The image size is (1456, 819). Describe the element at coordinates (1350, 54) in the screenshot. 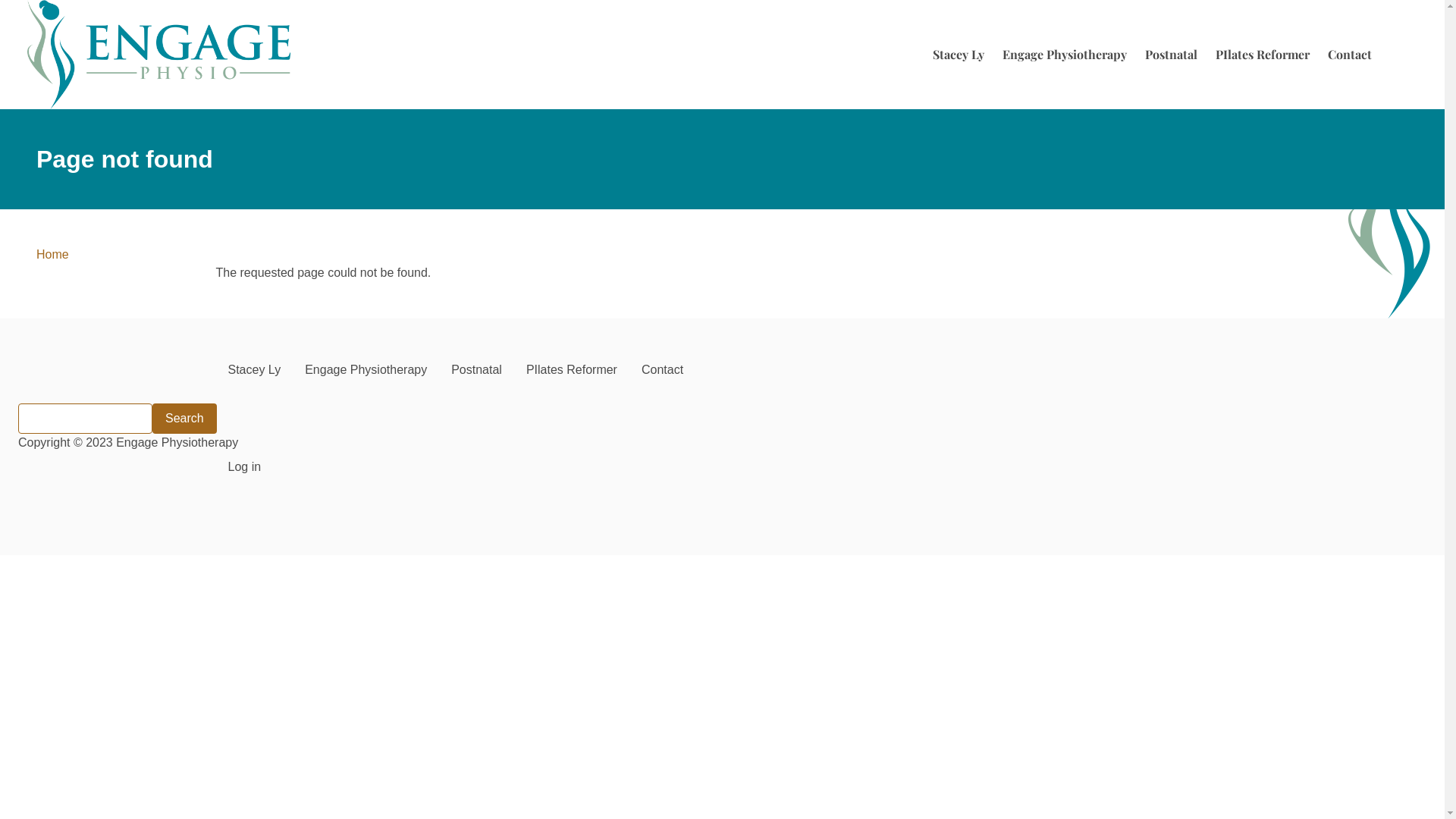

I see `'Contact'` at that location.